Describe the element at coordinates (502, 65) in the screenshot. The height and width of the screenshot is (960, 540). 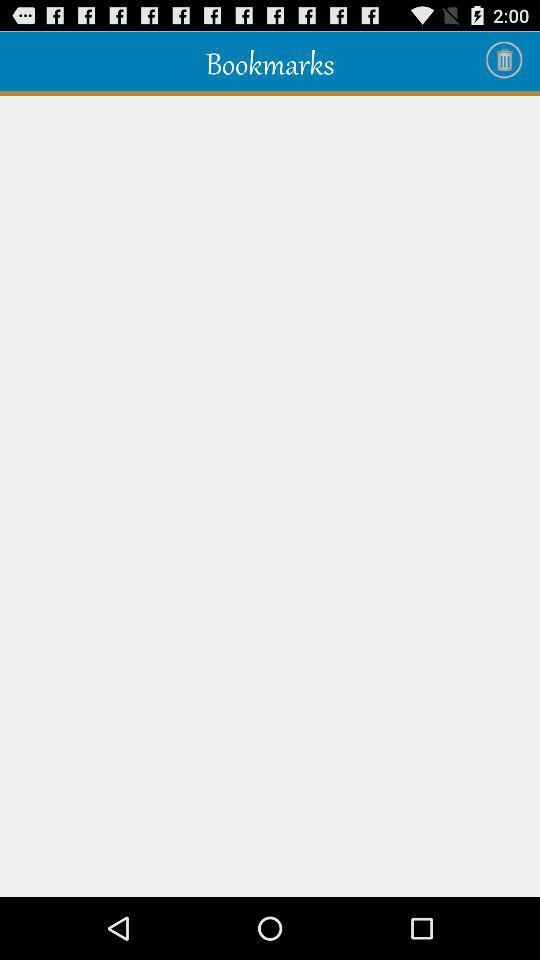
I see `the delete icon` at that location.